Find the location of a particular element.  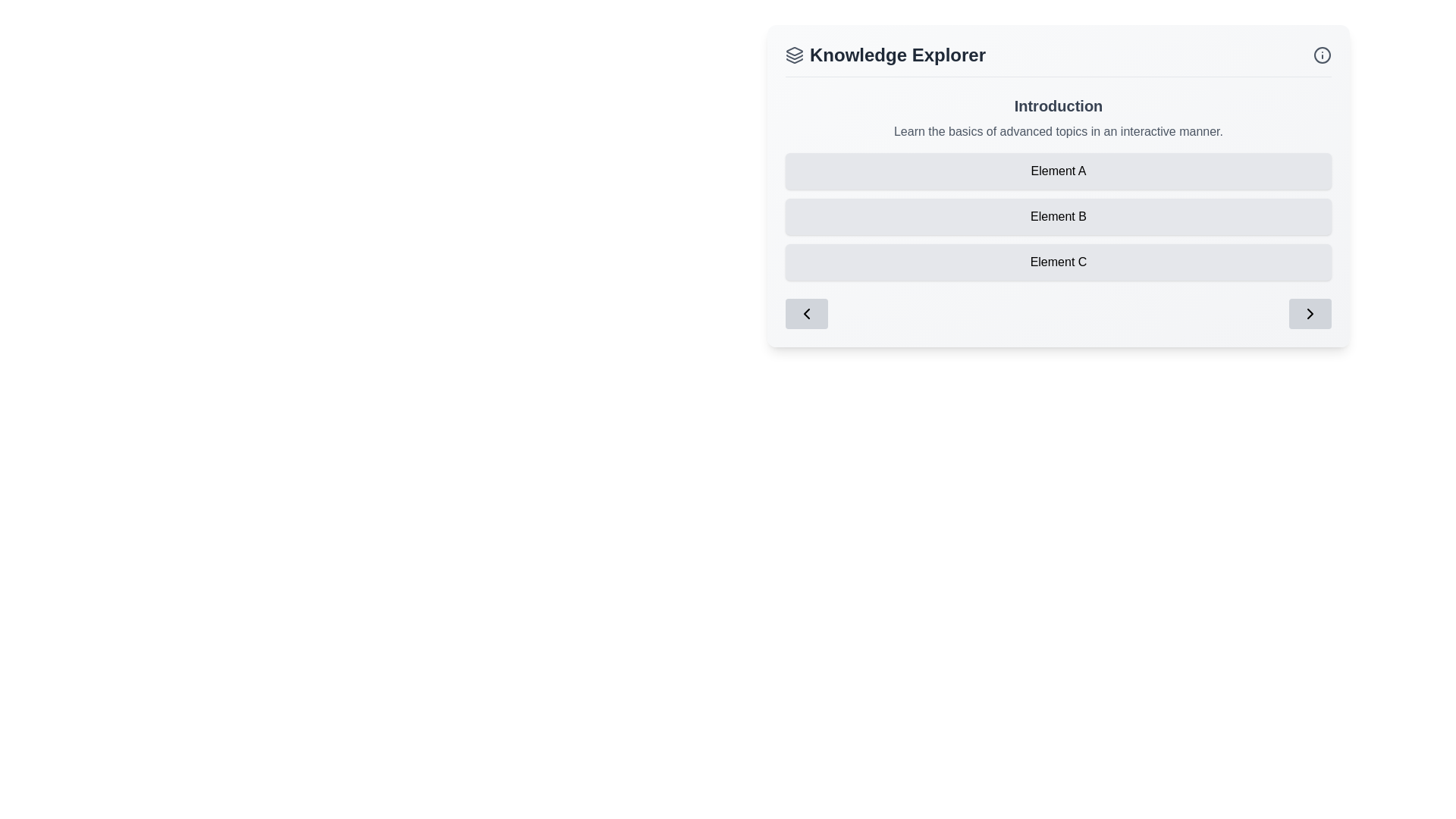

the leftmost rectangular button with rounded corners and a black leftward-facing chevron icon is located at coordinates (806, 312).